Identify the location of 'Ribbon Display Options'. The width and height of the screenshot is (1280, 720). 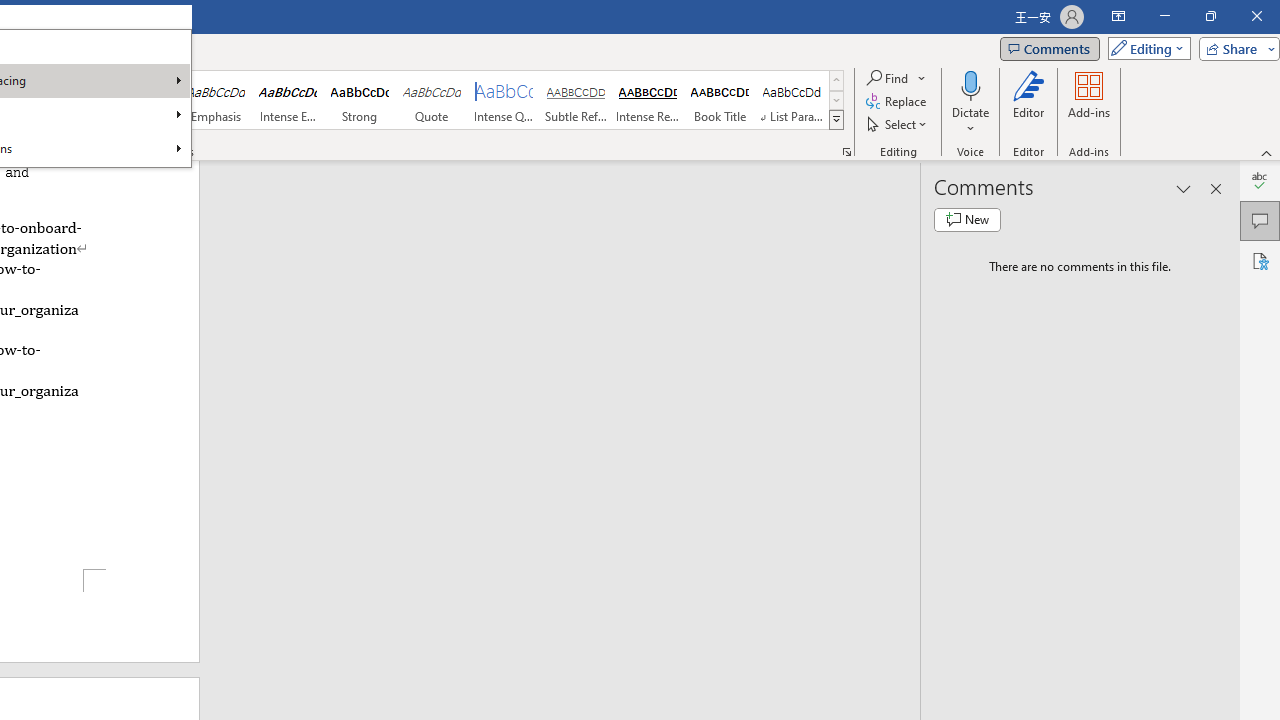
(1117, 16).